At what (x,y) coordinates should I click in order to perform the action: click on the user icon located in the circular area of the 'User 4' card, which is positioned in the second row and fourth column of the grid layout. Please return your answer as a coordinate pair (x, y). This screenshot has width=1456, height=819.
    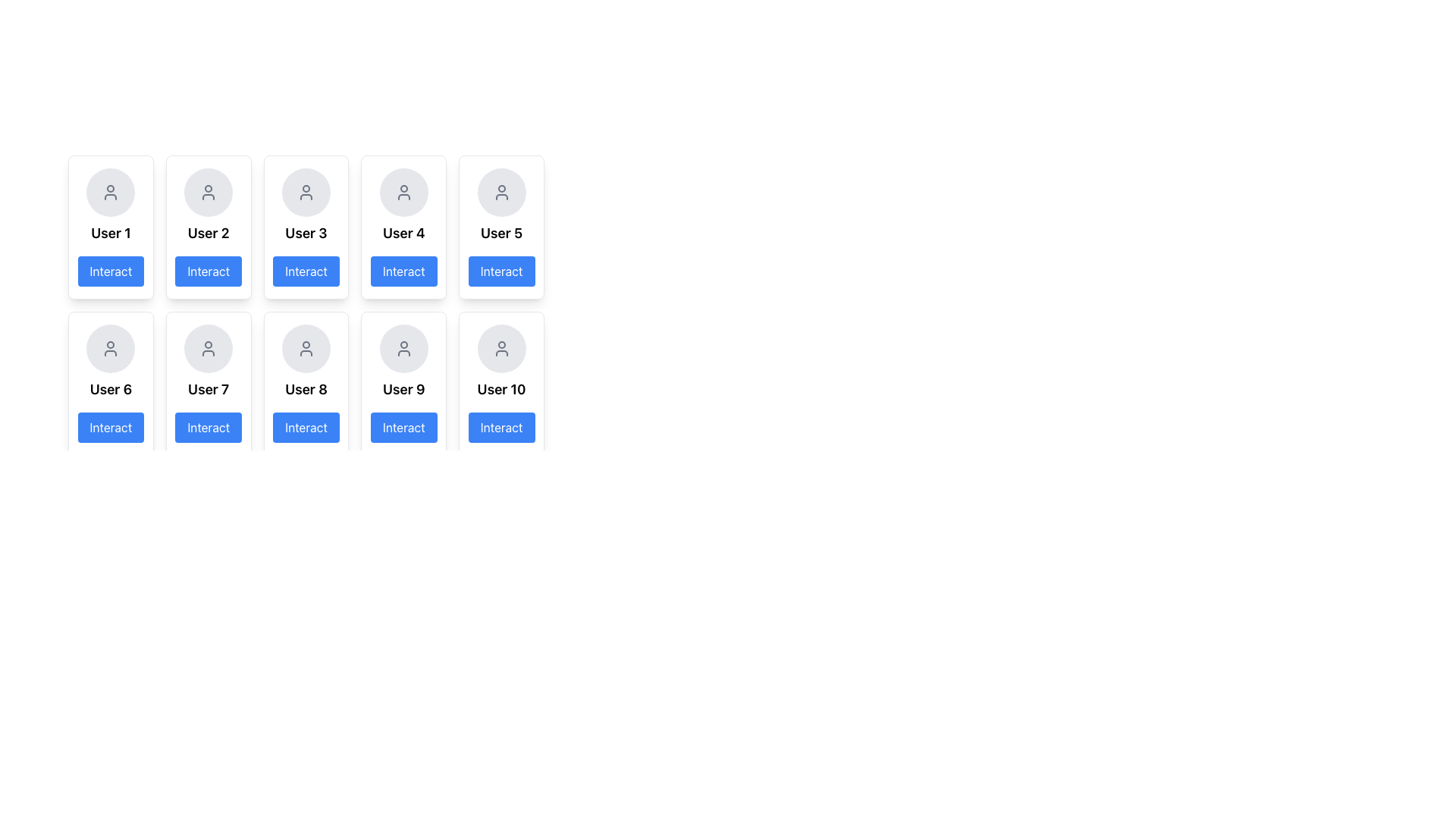
    Looking at the image, I should click on (403, 192).